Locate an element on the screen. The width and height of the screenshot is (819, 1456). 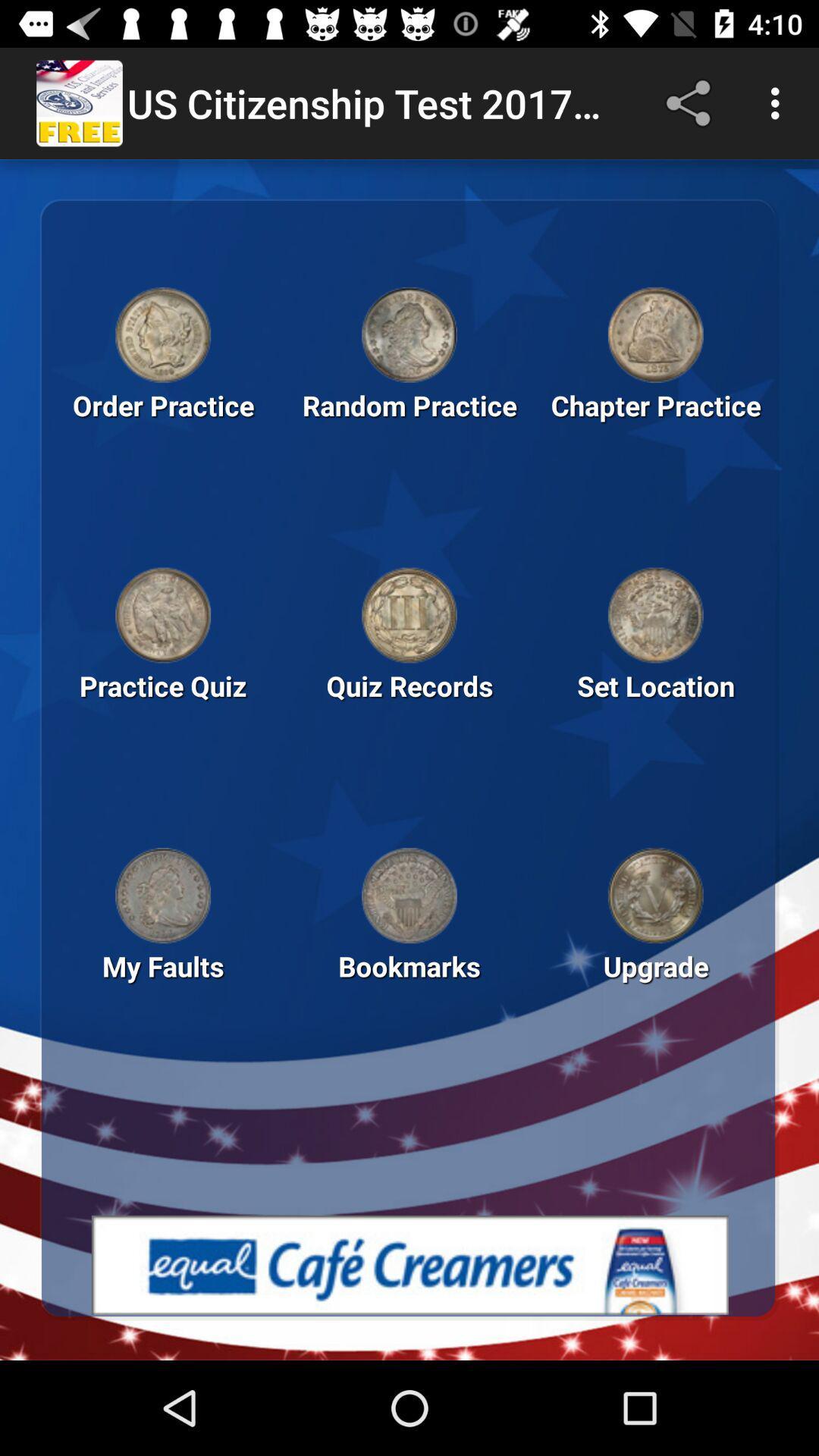
open chapter practice is located at coordinates (654, 334).